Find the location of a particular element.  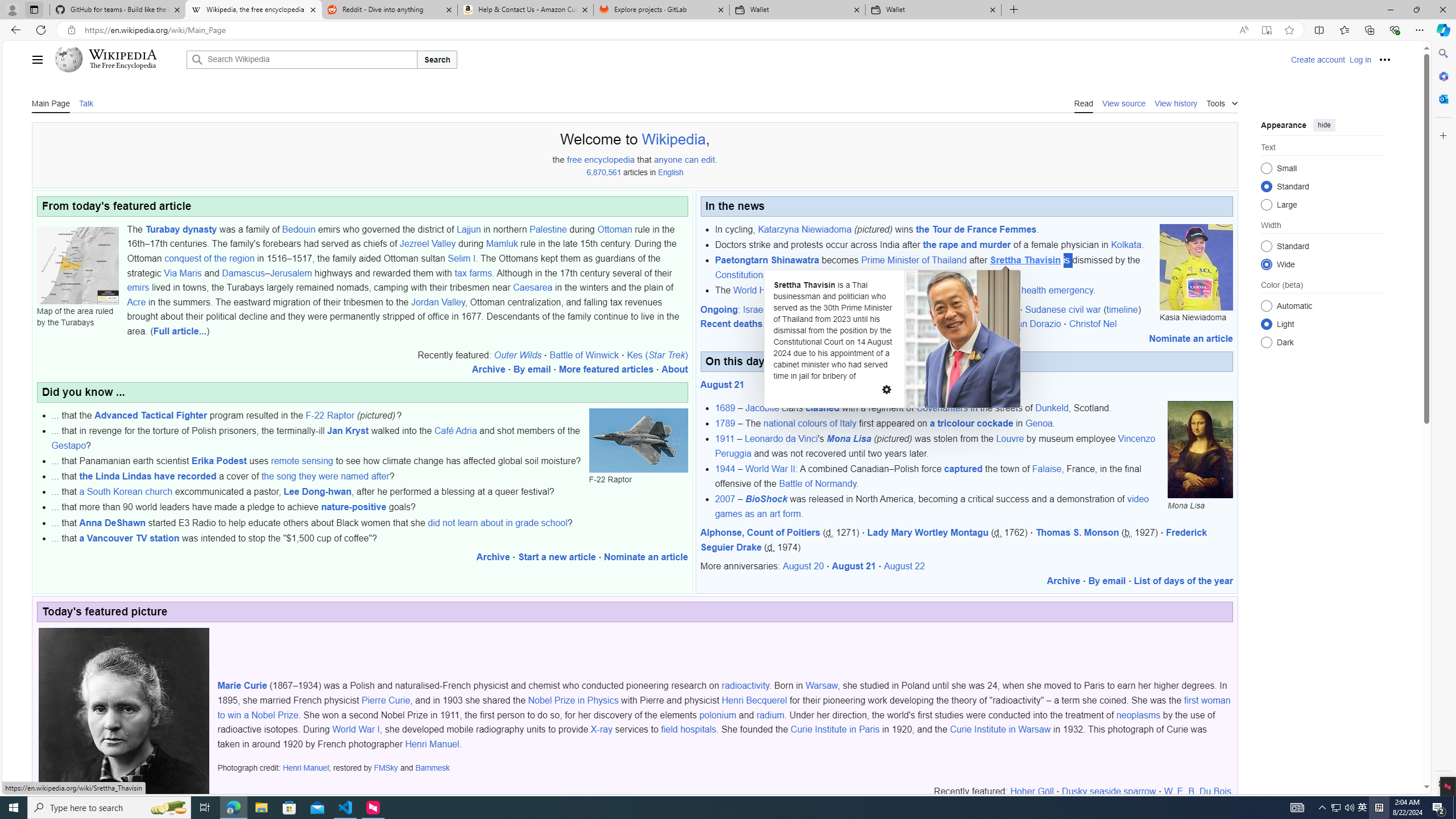

'Small' is located at coordinates (1266, 167).